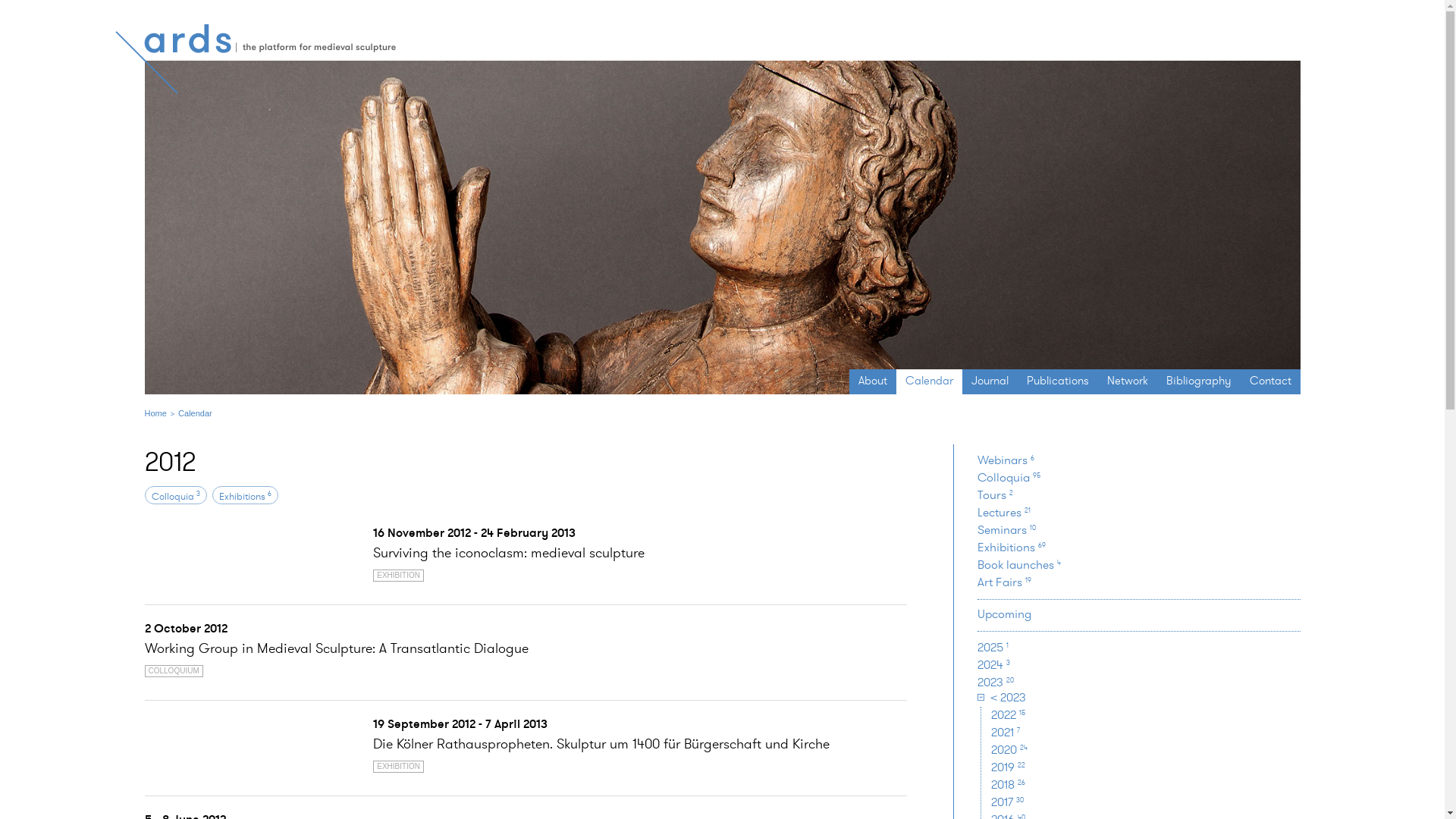 Image resolution: width=1456 pixels, height=819 pixels. What do you see at coordinates (977, 476) in the screenshot?
I see `'Colloquia 95'` at bounding box center [977, 476].